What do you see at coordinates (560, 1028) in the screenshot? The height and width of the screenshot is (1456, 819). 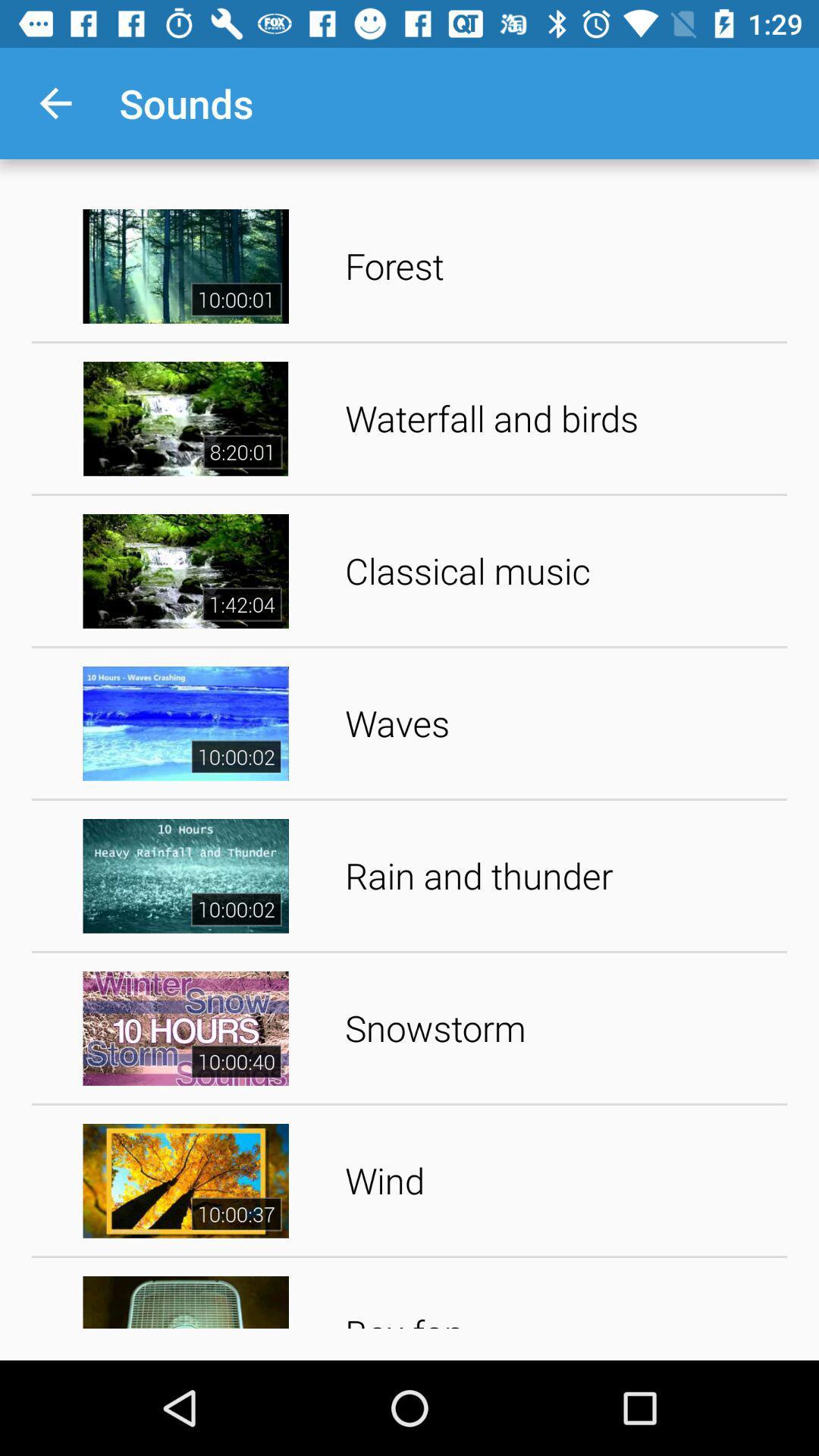 I see `app above wind item` at bounding box center [560, 1028].